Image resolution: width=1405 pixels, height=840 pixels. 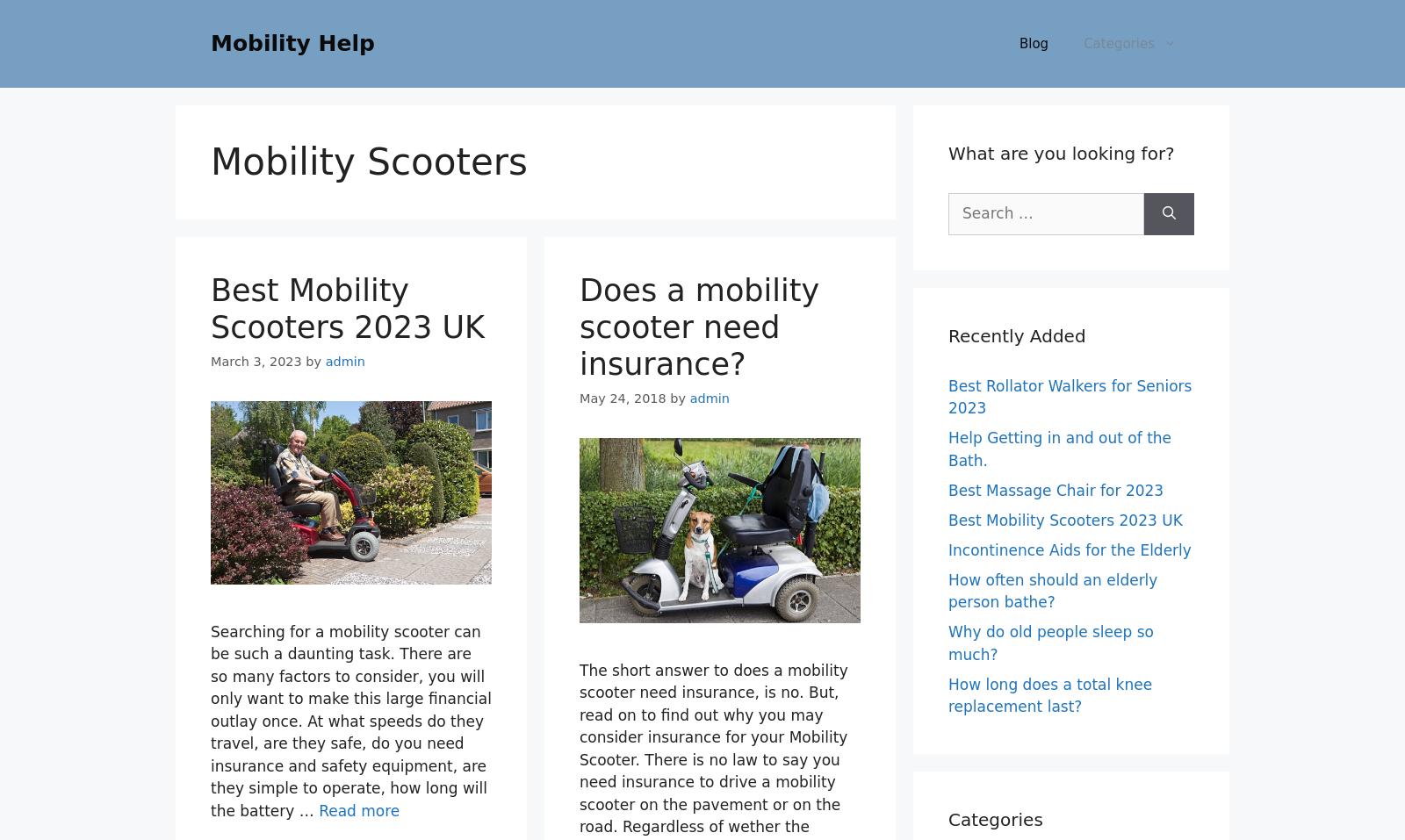 What do you see at coordinates (1017, 335) in the screenshot?
I see `'Recently Added'` at bounding box center [1017, 335].